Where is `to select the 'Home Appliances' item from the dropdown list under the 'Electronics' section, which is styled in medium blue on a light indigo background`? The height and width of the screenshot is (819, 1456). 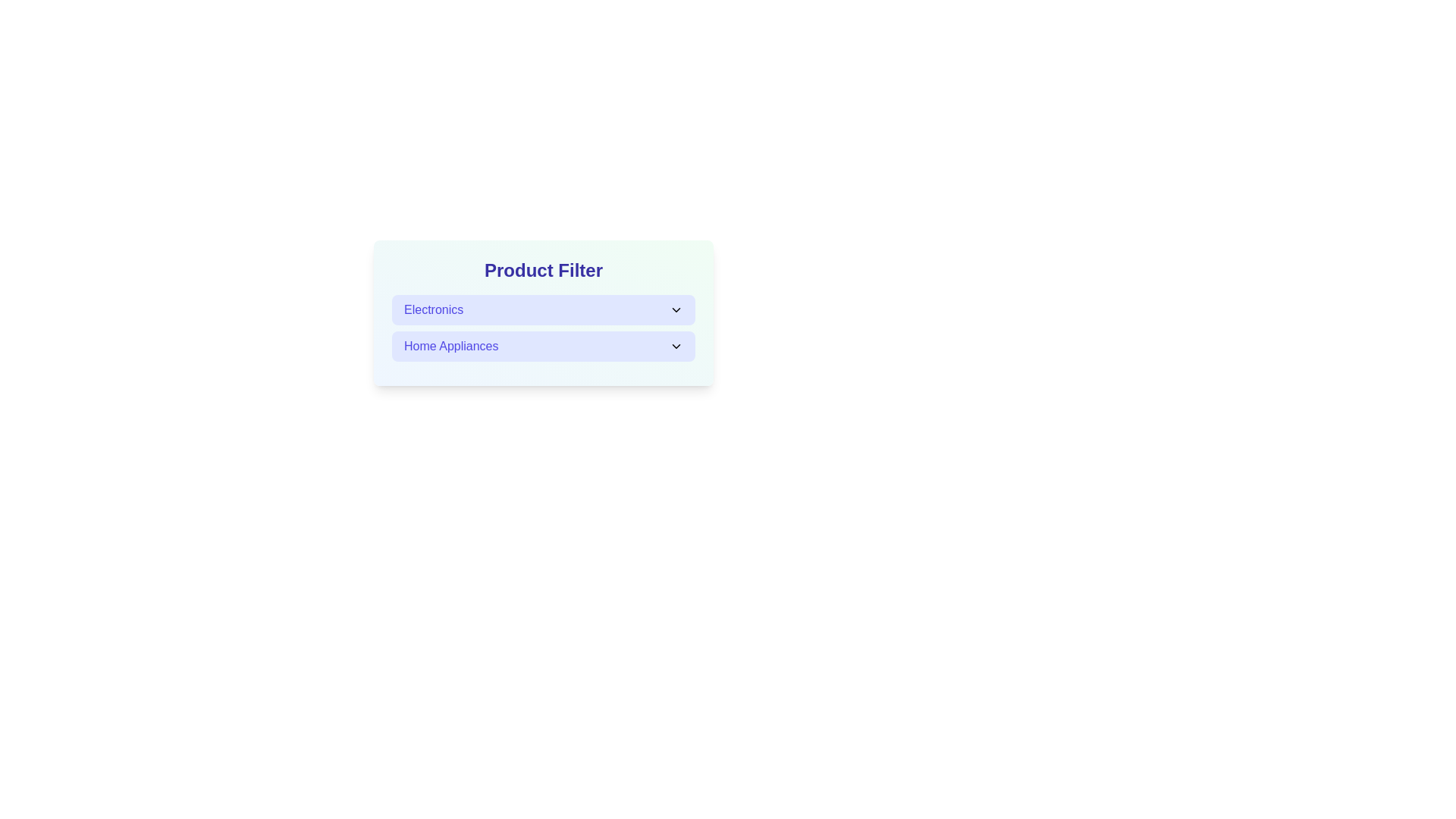
to select the 'Home Appliances' item from the dropdown list under the 'Electronics' section, which is styled in medium blue on a light indigo background is located at coordinates (543, 346).